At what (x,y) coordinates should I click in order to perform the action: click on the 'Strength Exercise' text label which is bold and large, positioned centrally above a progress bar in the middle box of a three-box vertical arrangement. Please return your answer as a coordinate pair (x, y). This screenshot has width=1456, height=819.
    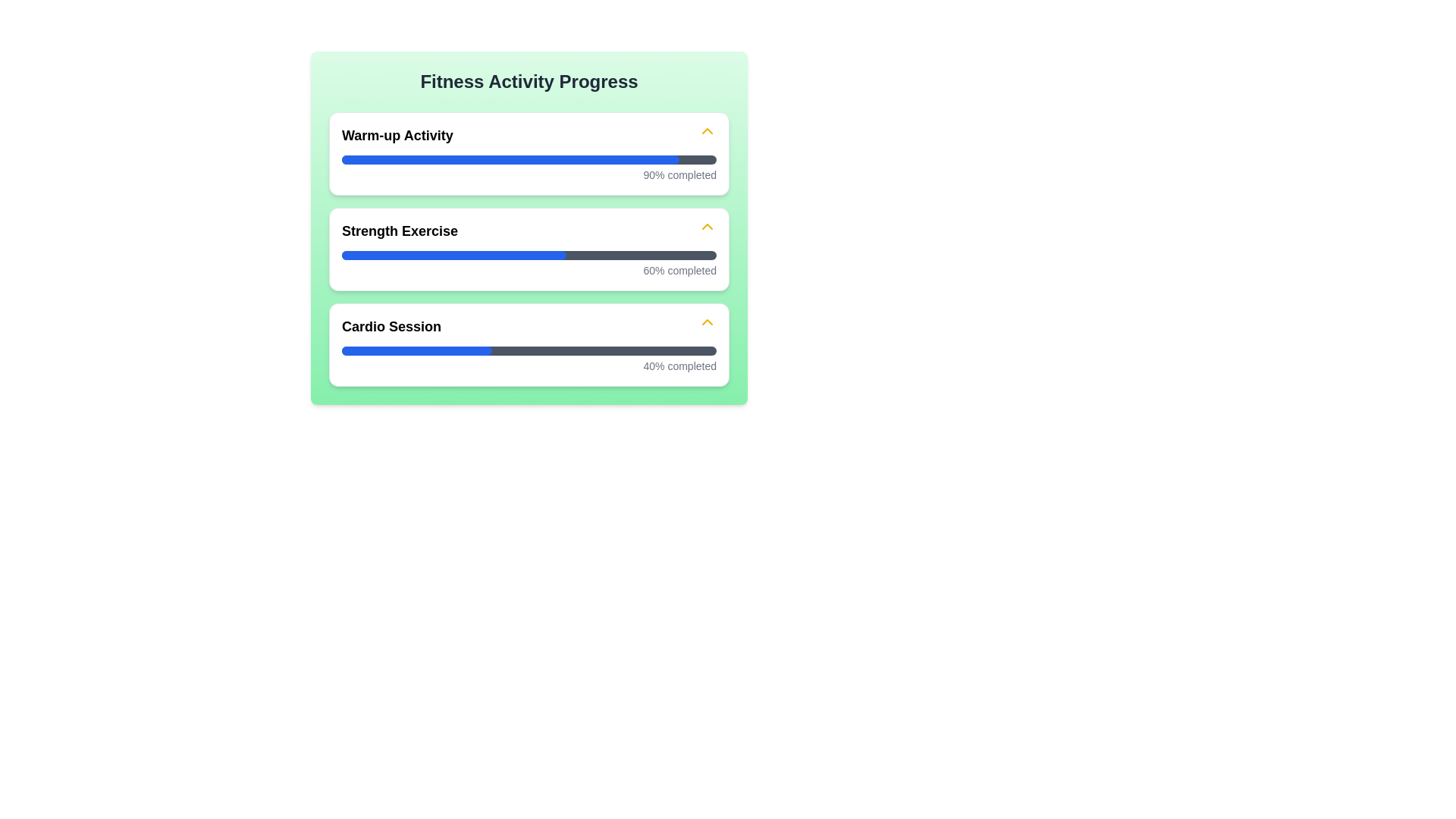
    Looking at the image, I should click on (400, 231).